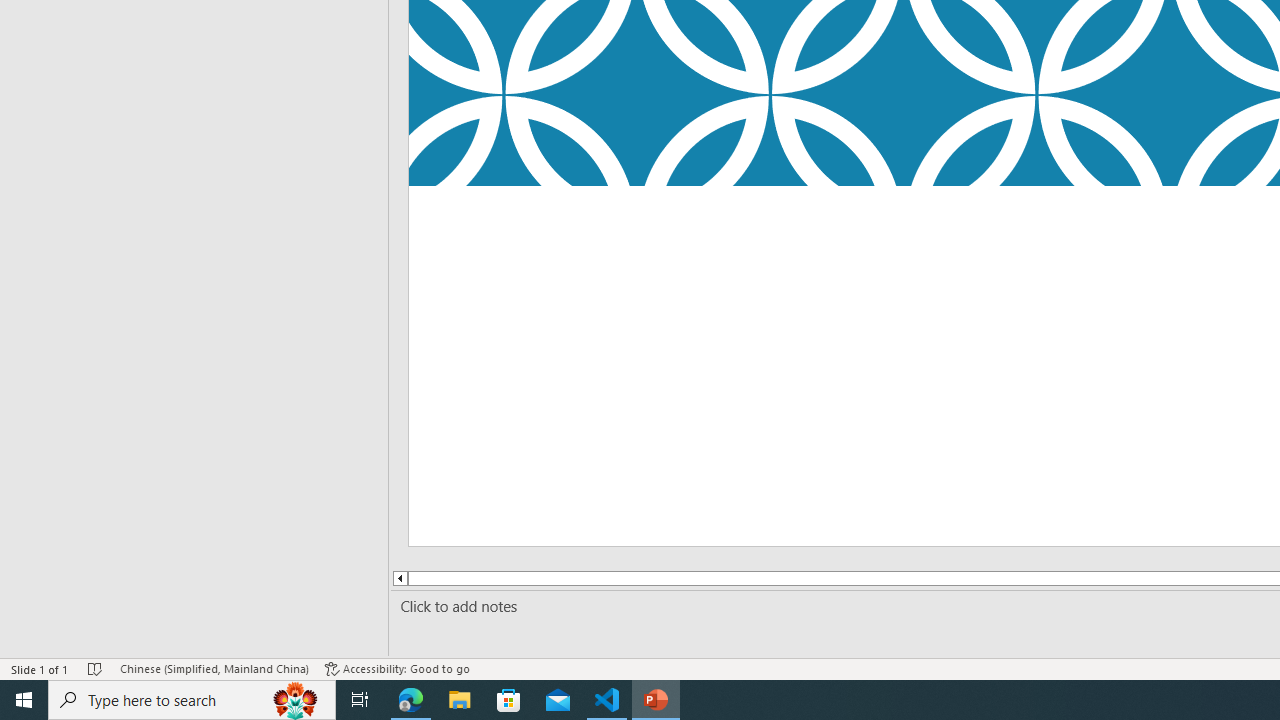 This screenshot has height=720, width=1280. Describe the element at coordinates (397, 669) in the screenshot. I see `'Accessibility Checker Accessibility: Good to go'` at that location.